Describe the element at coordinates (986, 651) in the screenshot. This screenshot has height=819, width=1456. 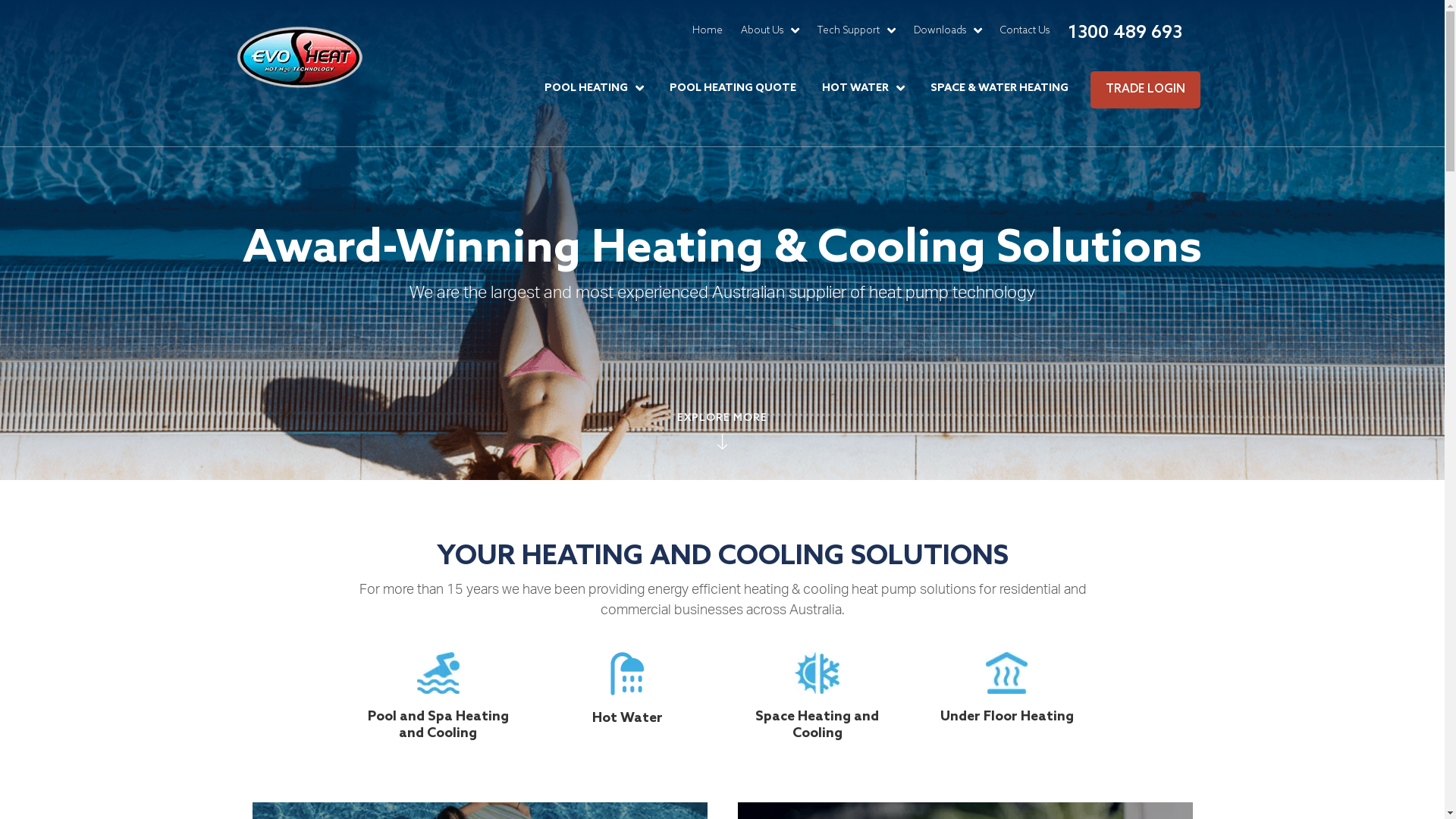
I see `'icon-underfloor'` at that location.